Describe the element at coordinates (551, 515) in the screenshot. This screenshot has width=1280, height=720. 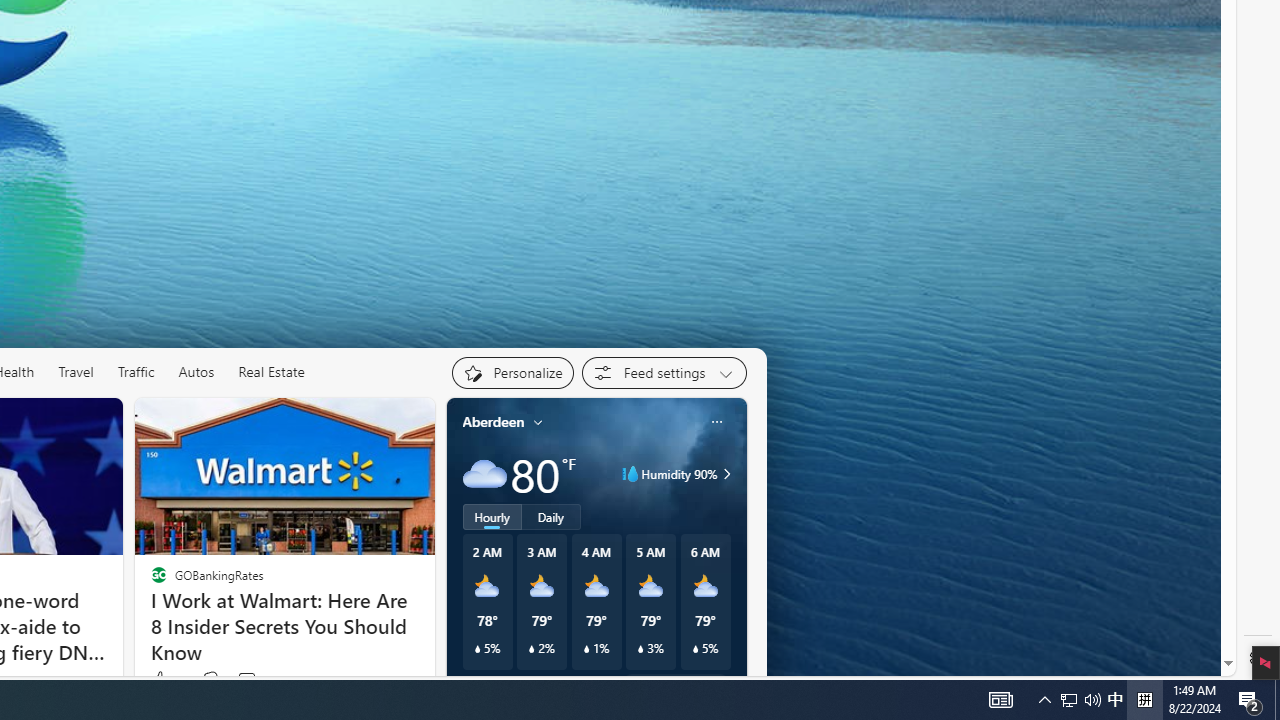
I see `'Daily'` at that location.